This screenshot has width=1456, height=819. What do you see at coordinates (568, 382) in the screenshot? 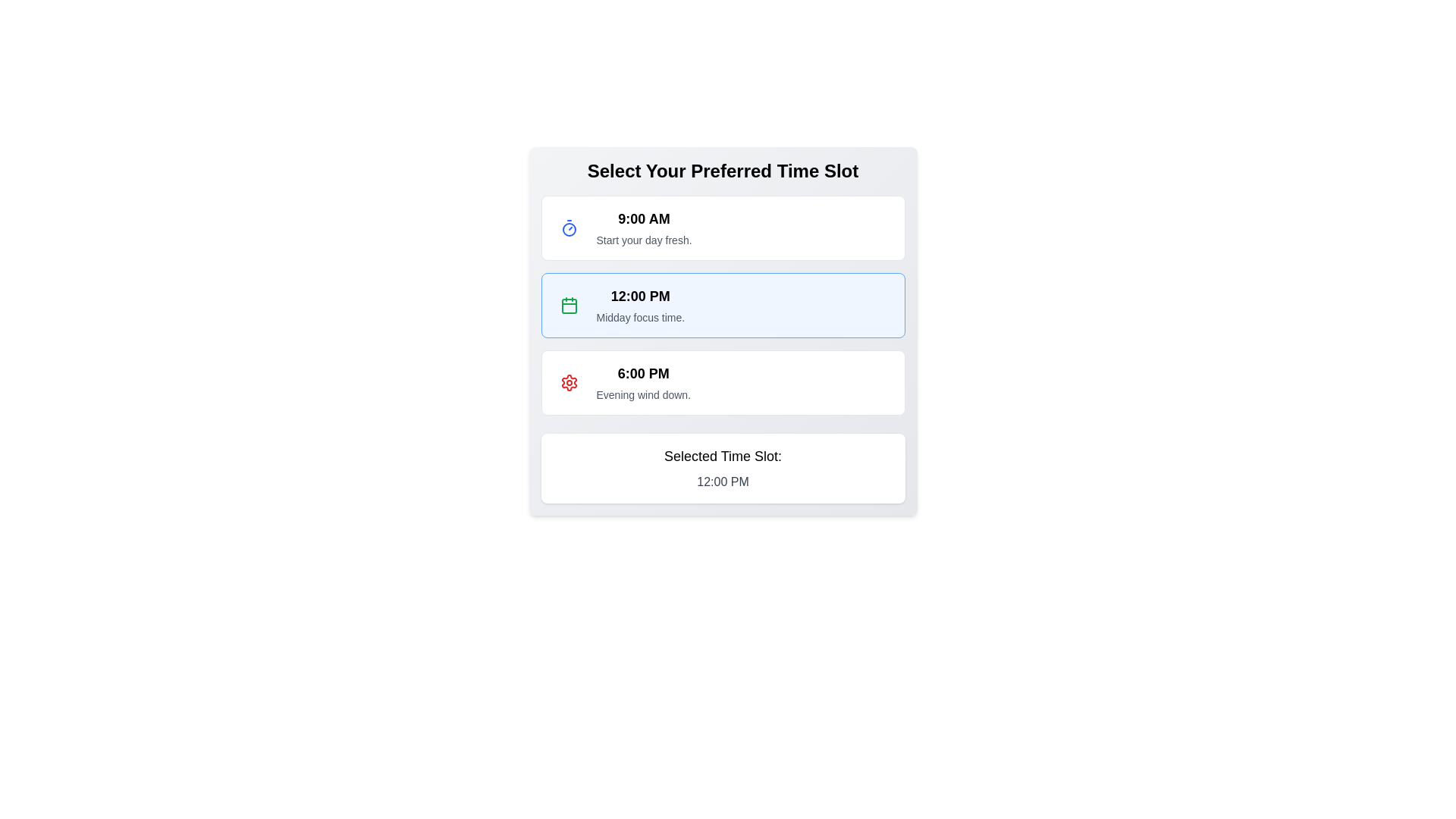
I see `the red gear-shaped icon in the top-right section of the user interface` at bounding box center [568, 382].